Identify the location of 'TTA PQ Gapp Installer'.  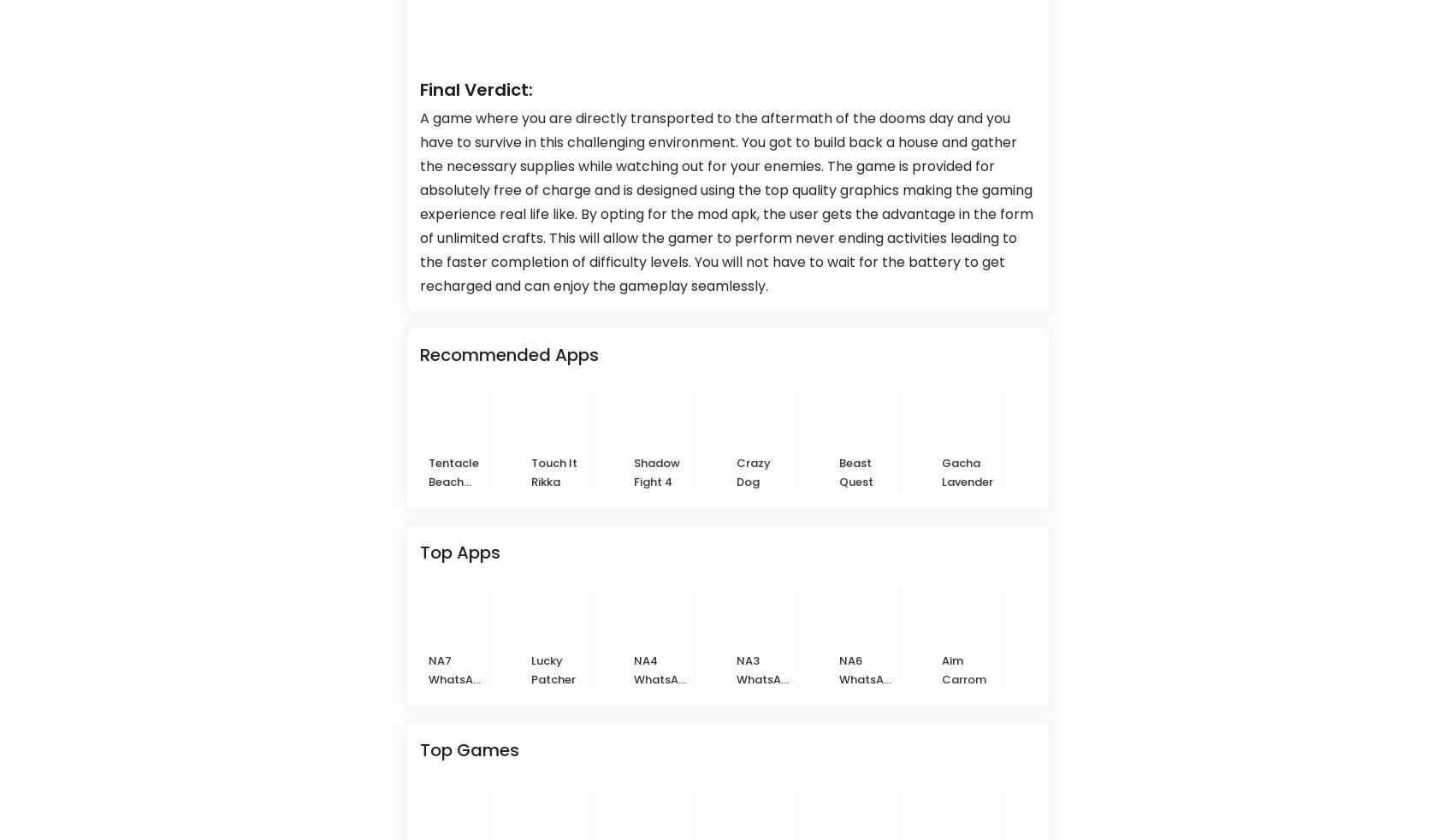
(1045, 678).